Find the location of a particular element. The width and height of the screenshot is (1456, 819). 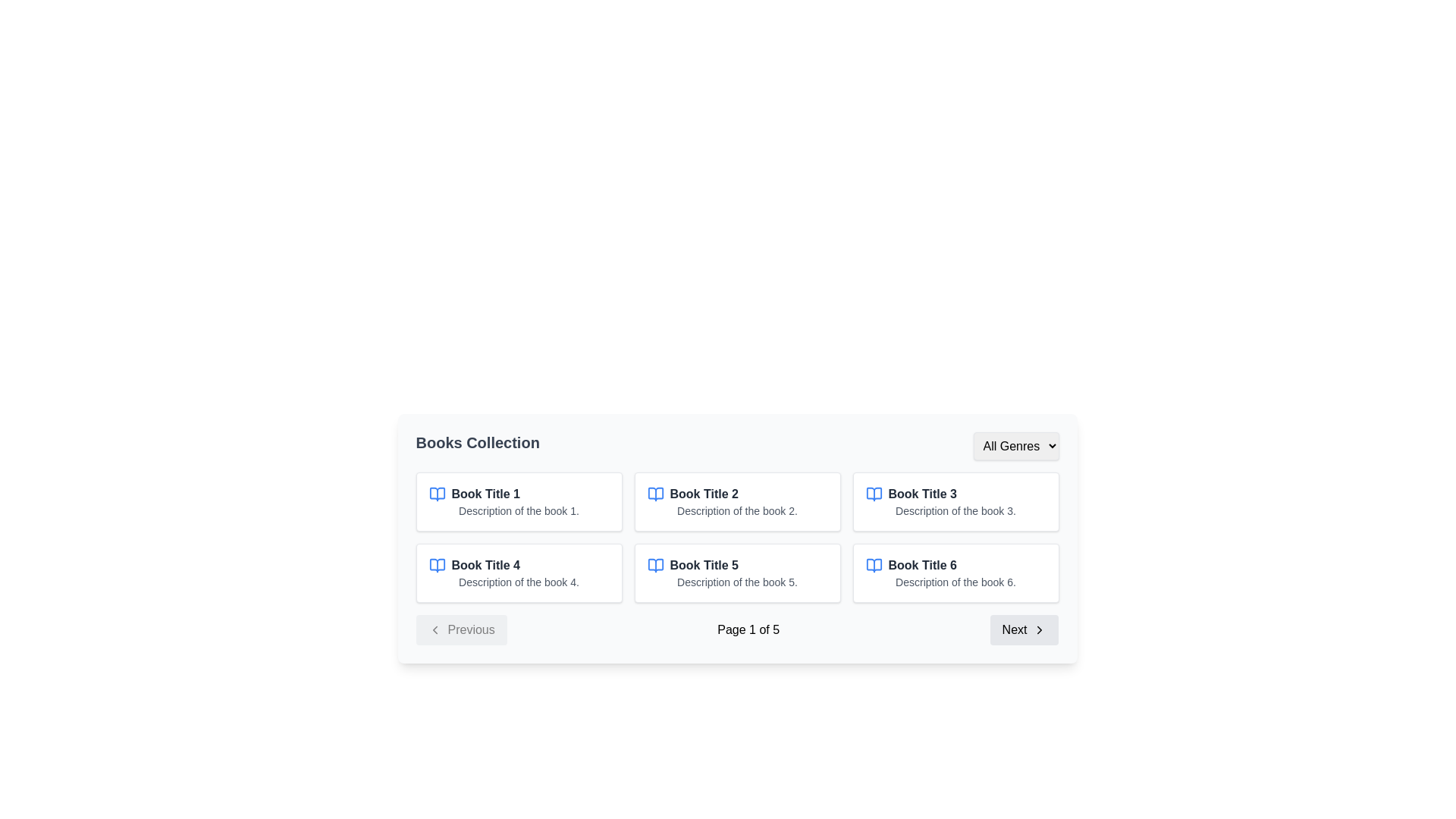

the Text Label displaying the title of a book, located in the bottom-left grid cell of the 'Books Collection' section, to the right of the book icon is located at coordinates (485, 565).